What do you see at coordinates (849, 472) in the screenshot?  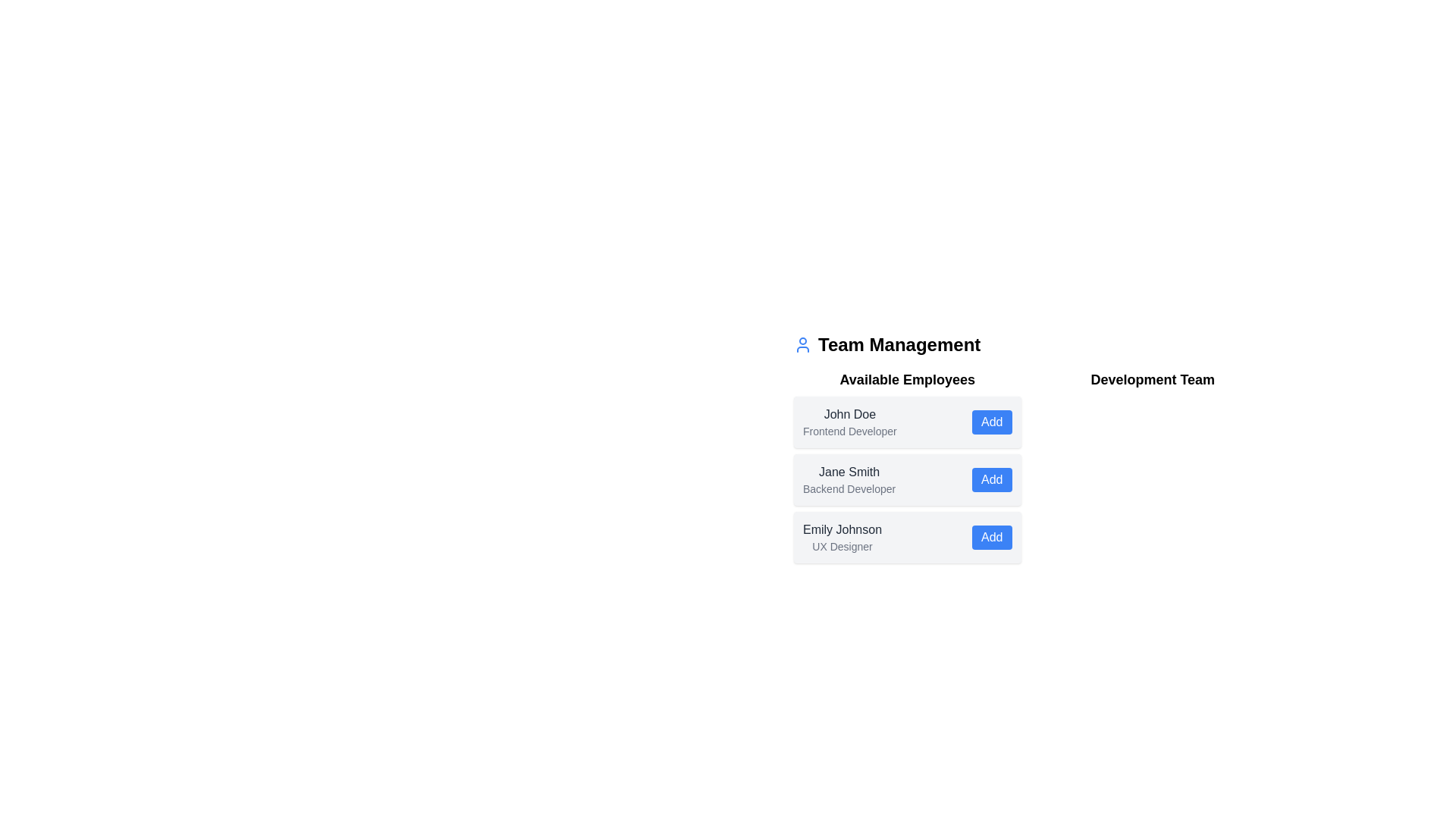 I see `the static text label displaying the name of an employee in the 'Available Employees' list under the 'Team Management' section, located between 'John Doe' and 'Emily Johnson'` at bounding box center [849, 472].